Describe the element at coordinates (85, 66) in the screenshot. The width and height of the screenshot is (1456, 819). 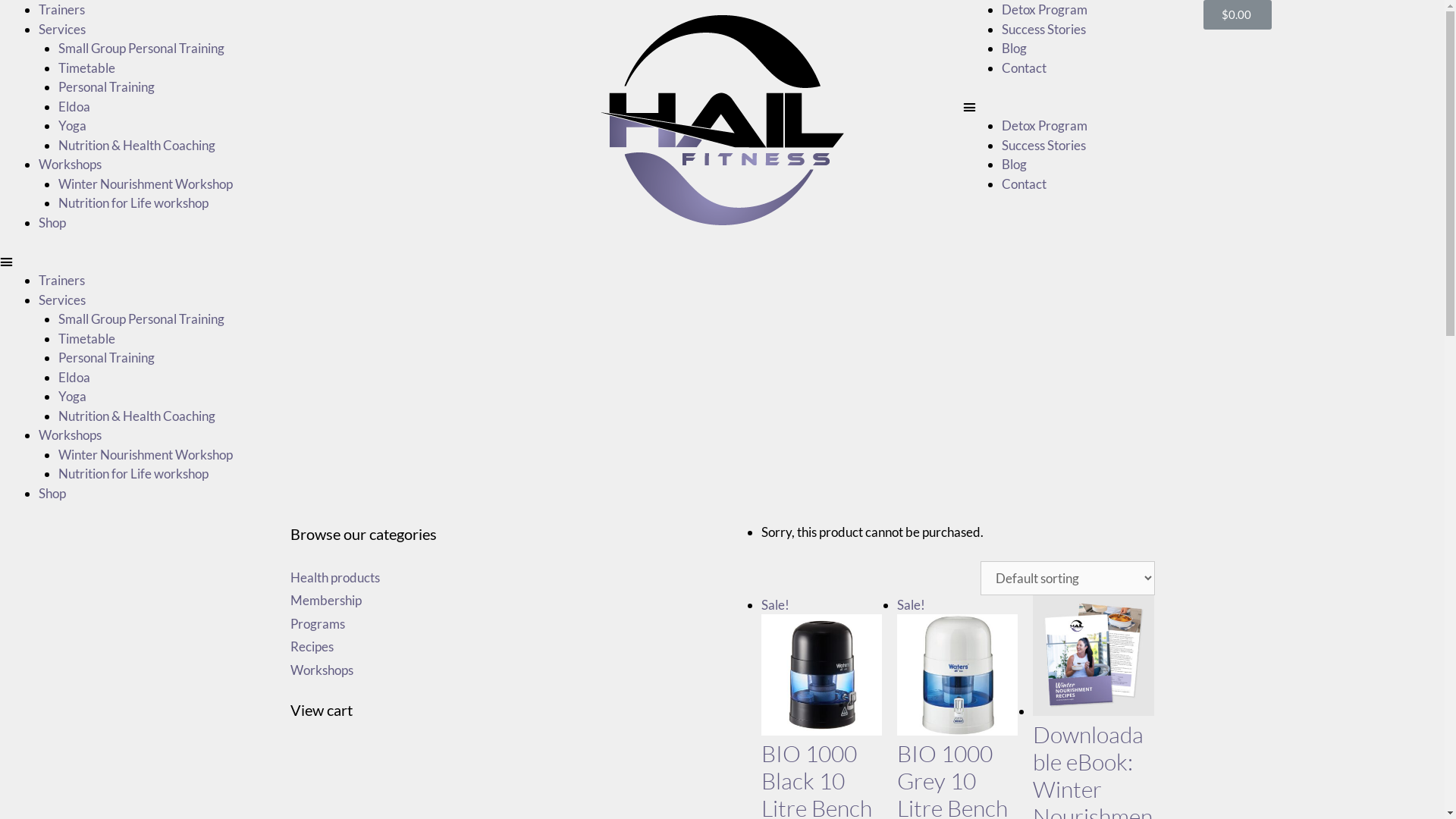
I see `'Timetable'` at that location.